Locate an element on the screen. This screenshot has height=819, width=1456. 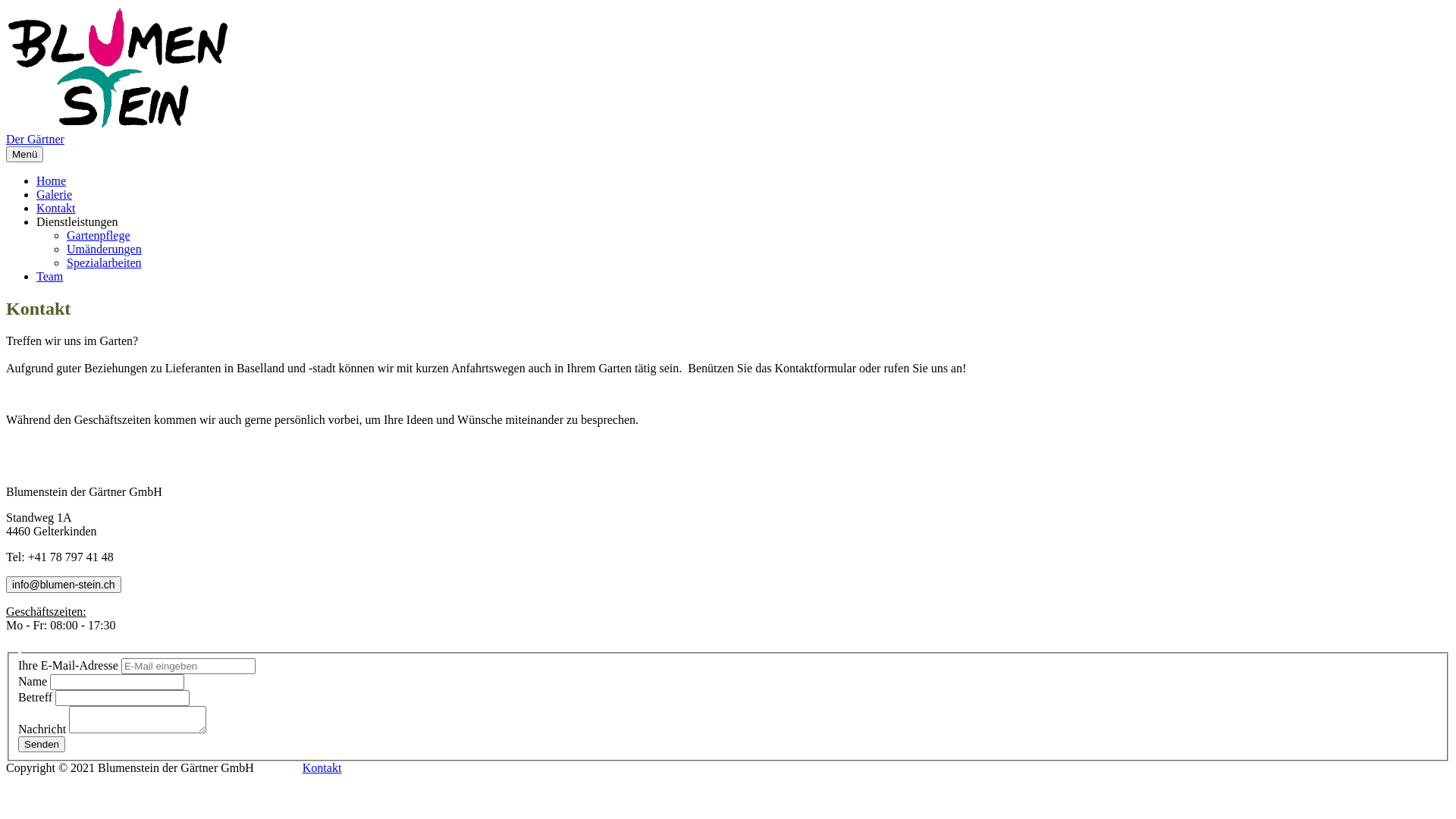
'Galerie' is located at coordinates (54, 193).